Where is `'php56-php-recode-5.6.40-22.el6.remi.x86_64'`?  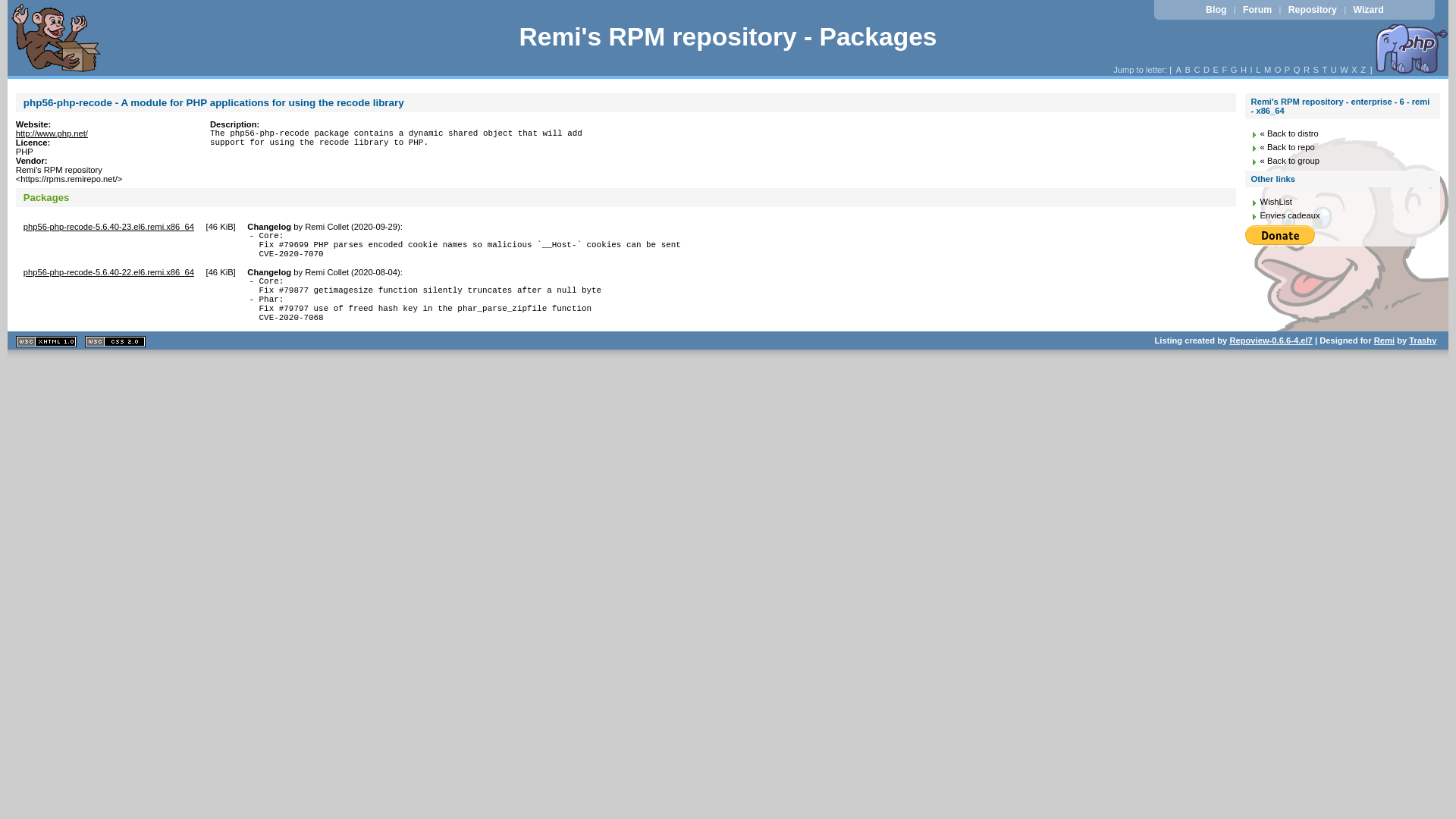
'php56-php-recode-5.6.40-22.el6.remi.x86_64' is located at coordinates (108, 271).